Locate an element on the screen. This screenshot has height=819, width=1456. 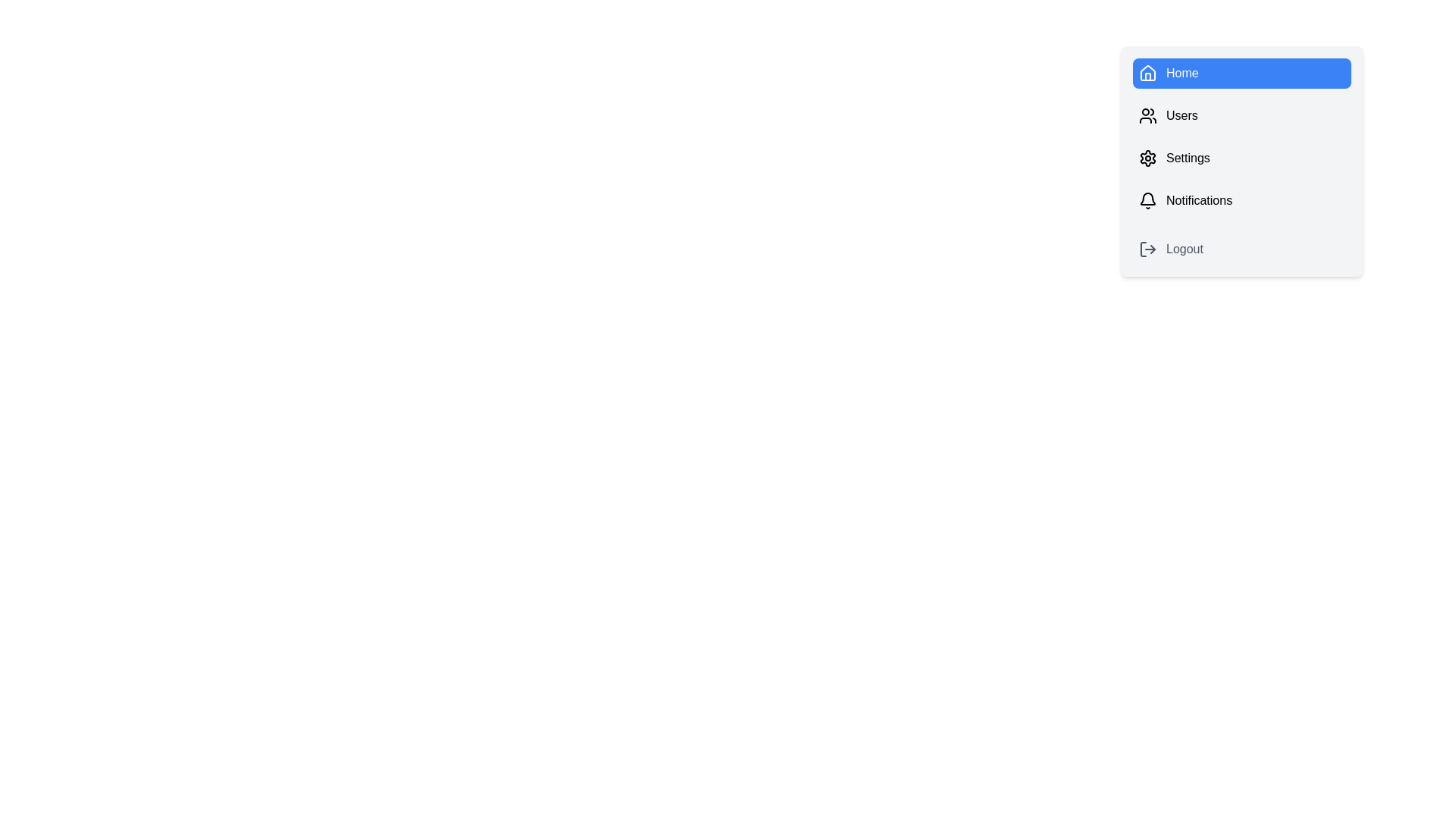
the bell-shaped notification icon with a black outline, located to the left of the 'Notifications' text in the fourth menu option is located at coordinates (1147, 200).